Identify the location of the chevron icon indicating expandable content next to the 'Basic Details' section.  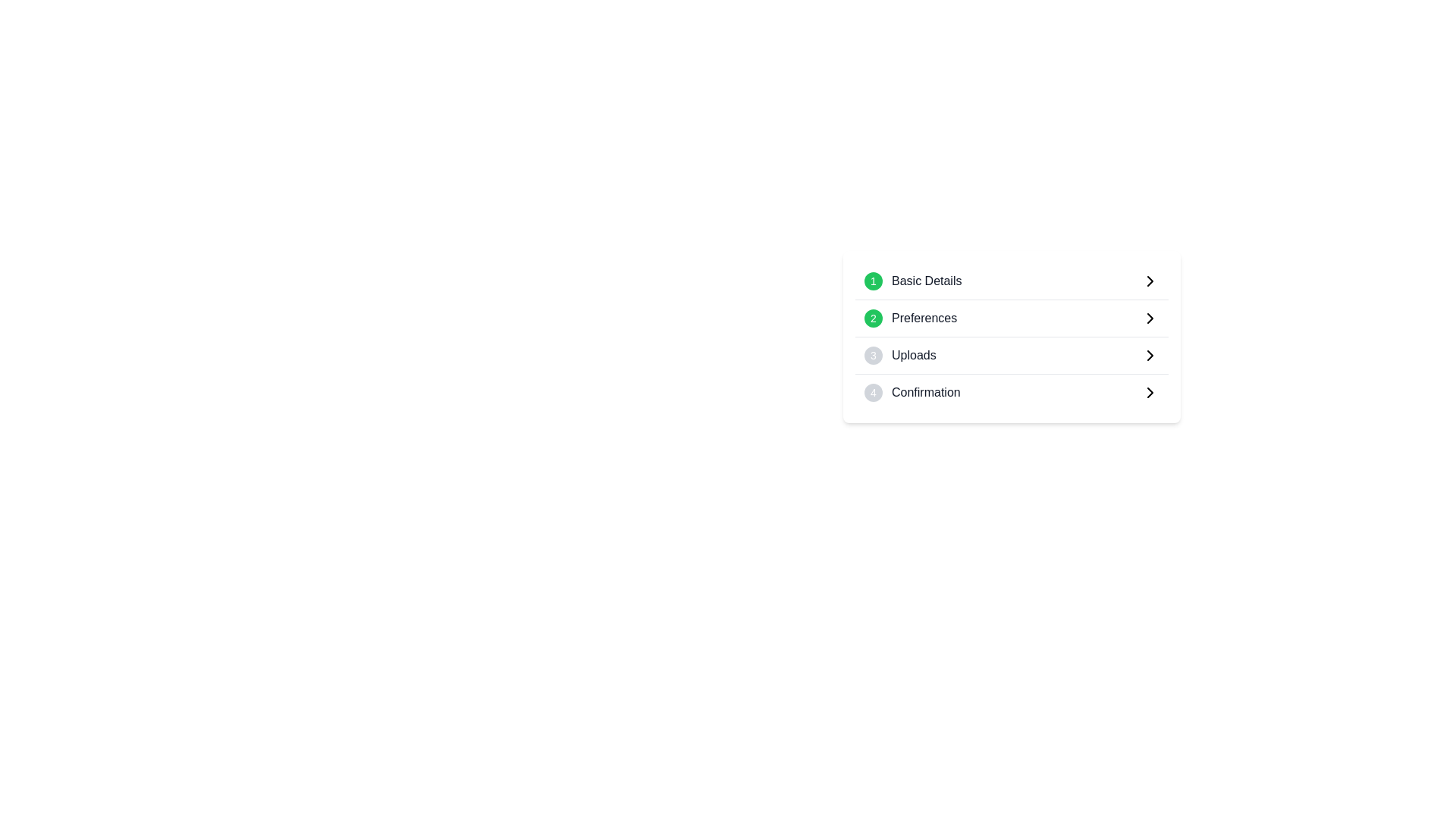
(1150, 281).